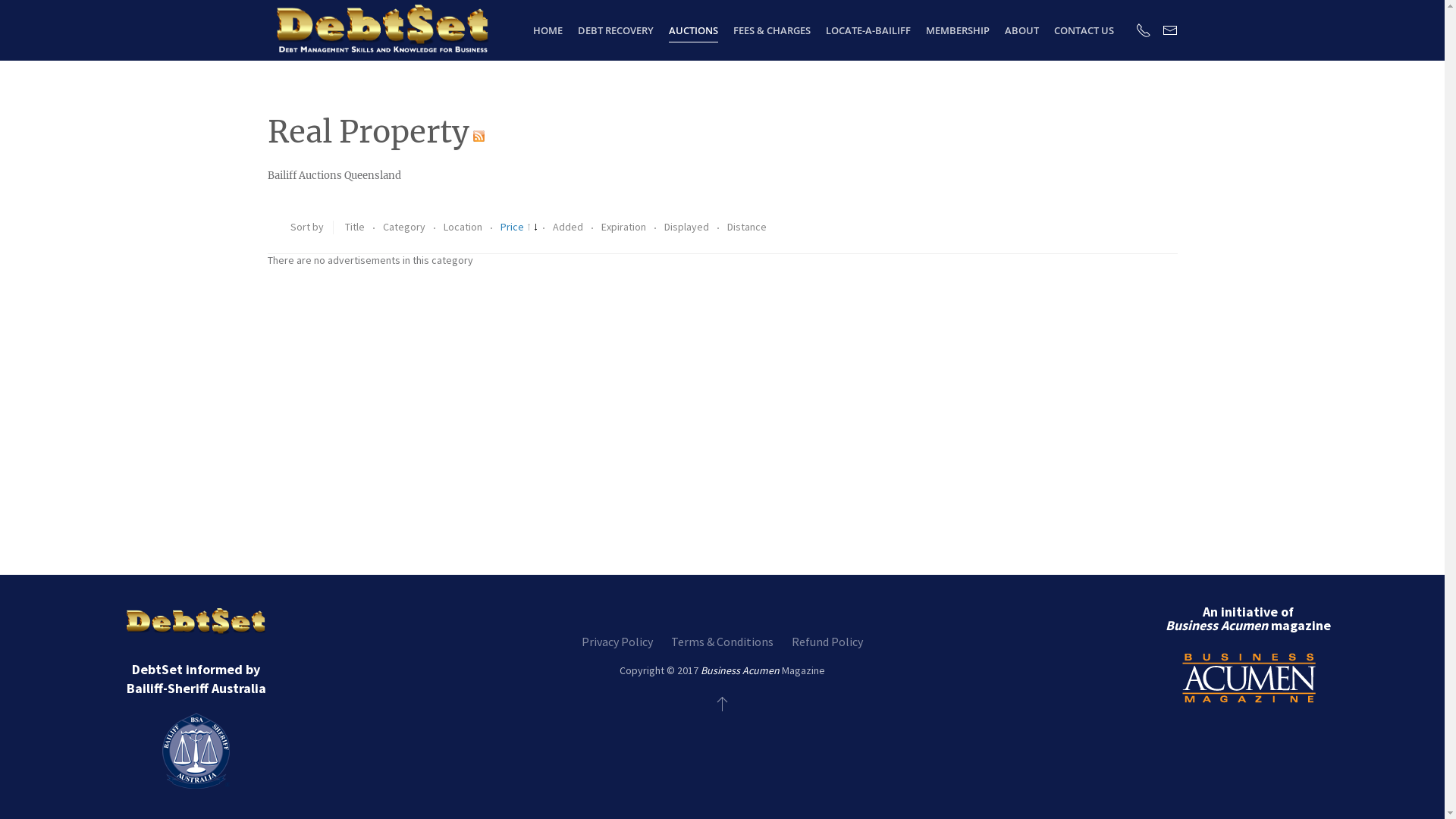 The image size is (1456, 819). What do you see at coordinates (721, 641) in the screenshot?
I see `'Terms & Conditions'` at bounding box center [721, 641].